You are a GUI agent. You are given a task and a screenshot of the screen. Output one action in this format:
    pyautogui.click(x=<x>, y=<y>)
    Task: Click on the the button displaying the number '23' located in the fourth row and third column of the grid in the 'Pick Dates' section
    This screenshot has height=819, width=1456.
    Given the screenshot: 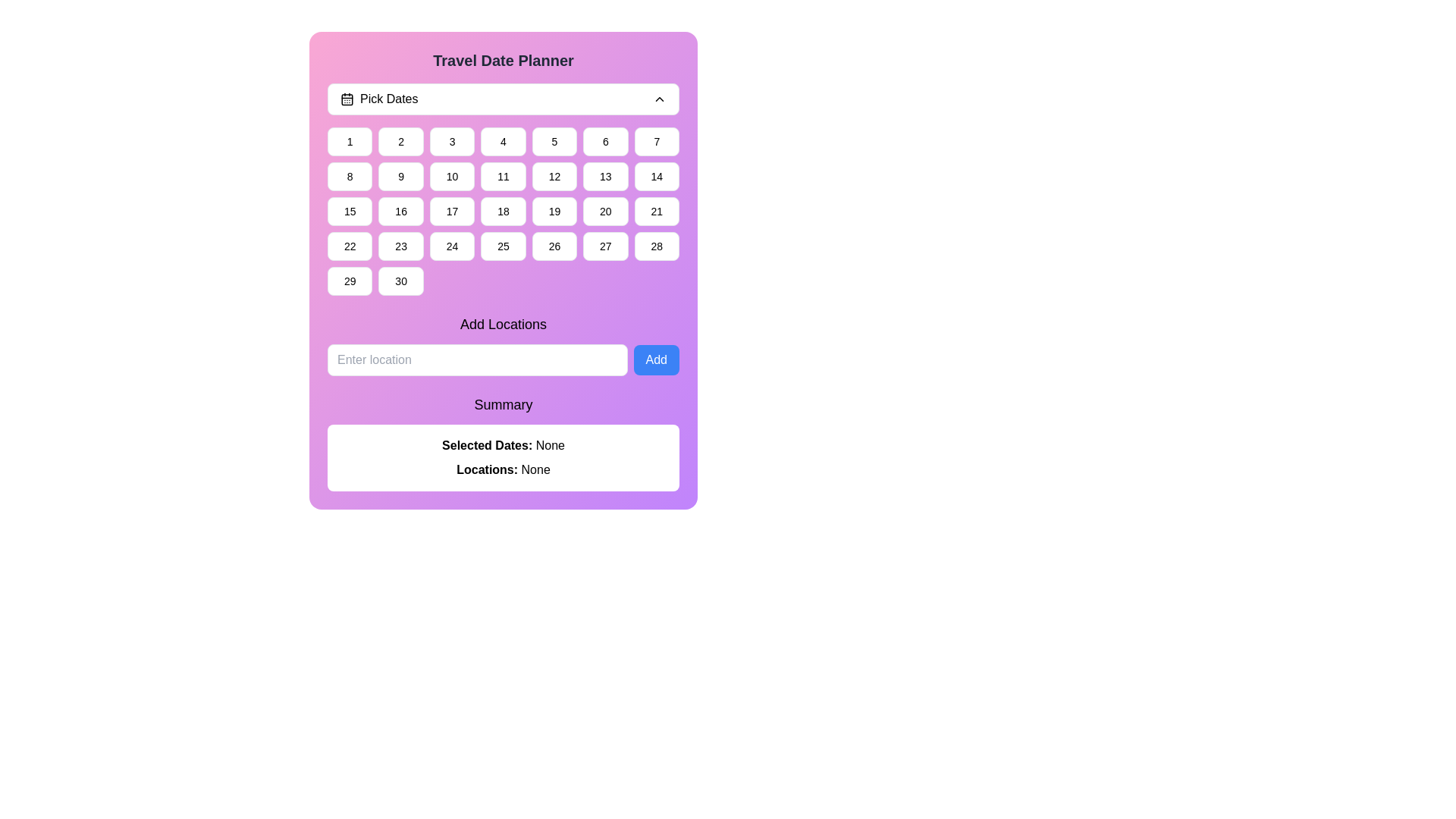 What is the action you would take?
    pyautogui.click(x=400, y=245)
    